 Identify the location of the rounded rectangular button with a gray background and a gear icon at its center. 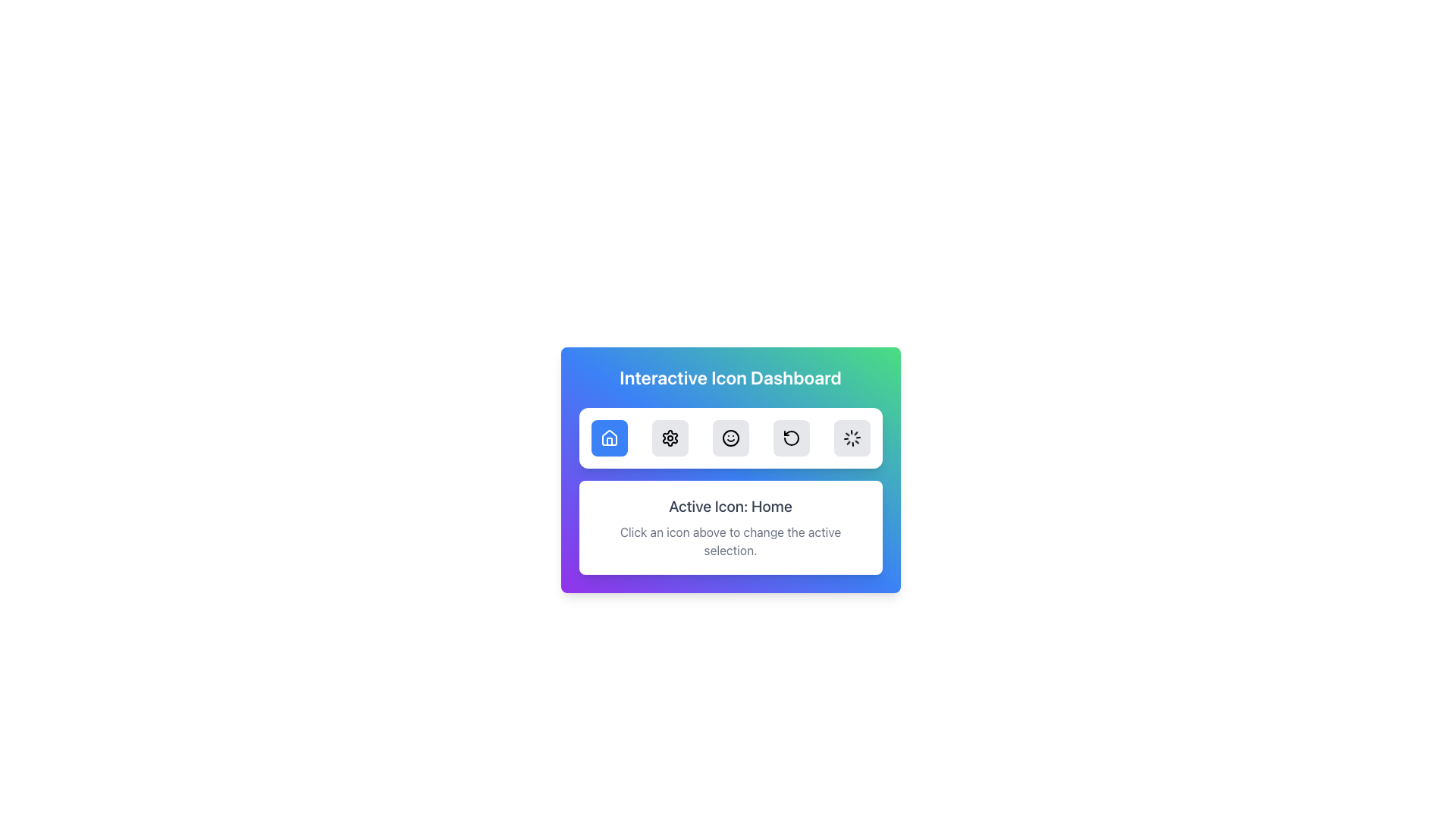
(669, 438).